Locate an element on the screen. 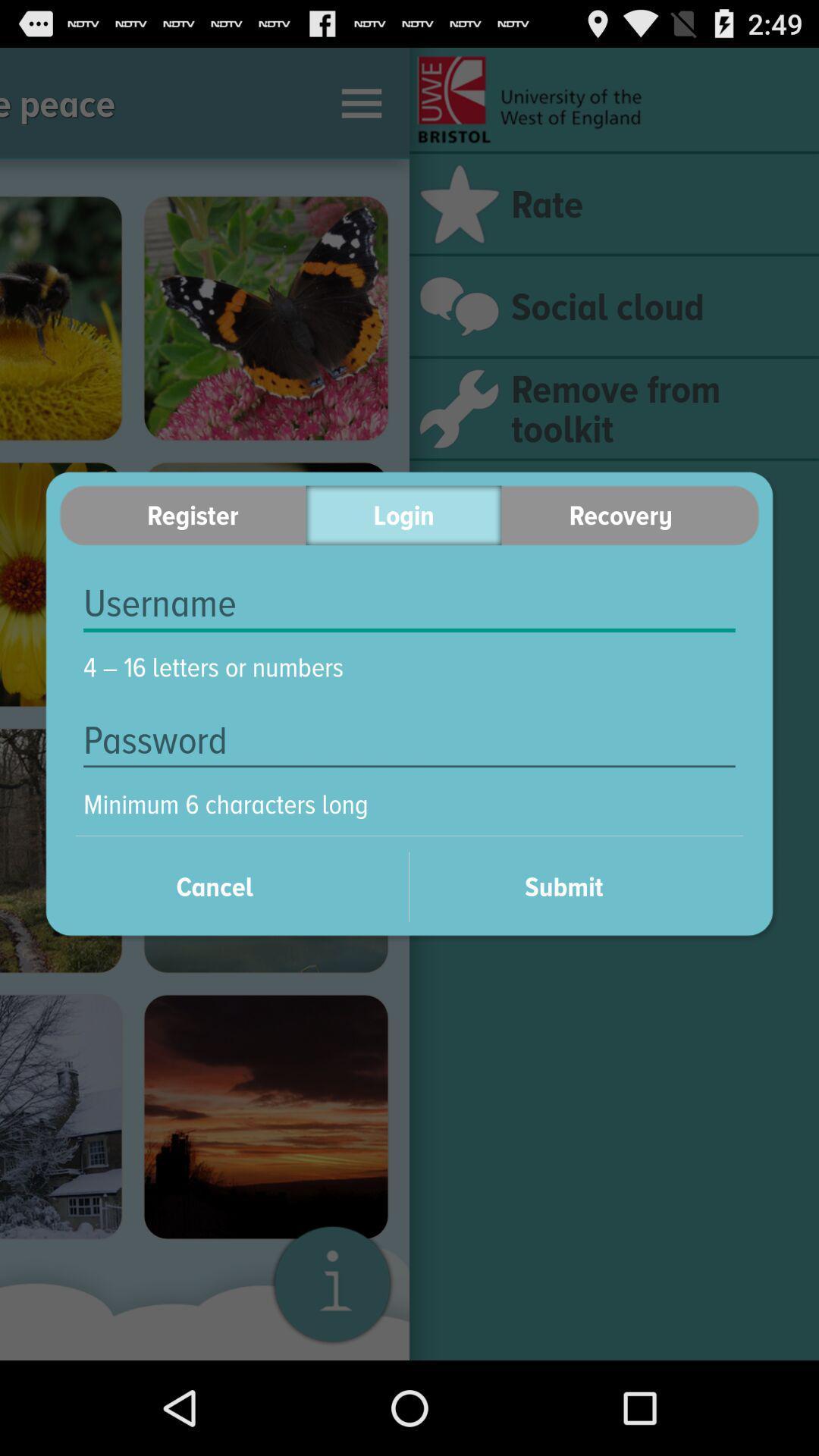  username is located at coordinates (409, 603).